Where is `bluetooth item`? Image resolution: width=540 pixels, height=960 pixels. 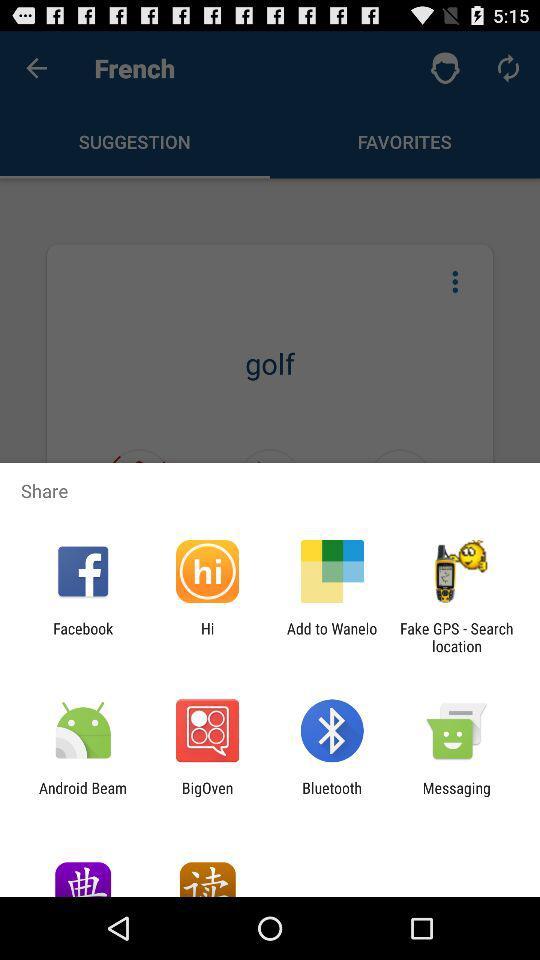 bluetooth item is located at coordinates (332, 796).